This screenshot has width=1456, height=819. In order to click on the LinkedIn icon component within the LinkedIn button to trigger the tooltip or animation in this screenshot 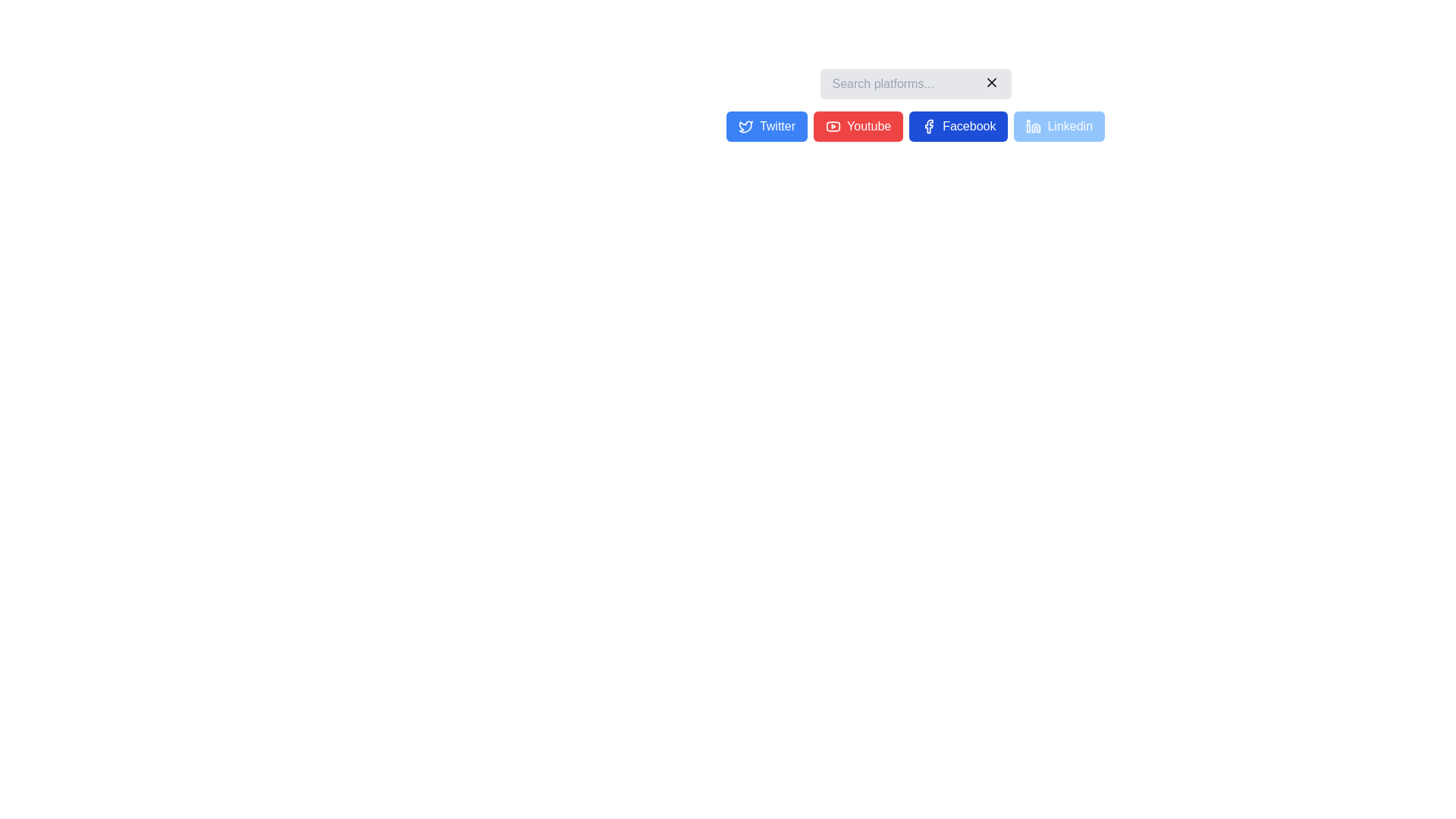, I will do `click(1035, 127)`.